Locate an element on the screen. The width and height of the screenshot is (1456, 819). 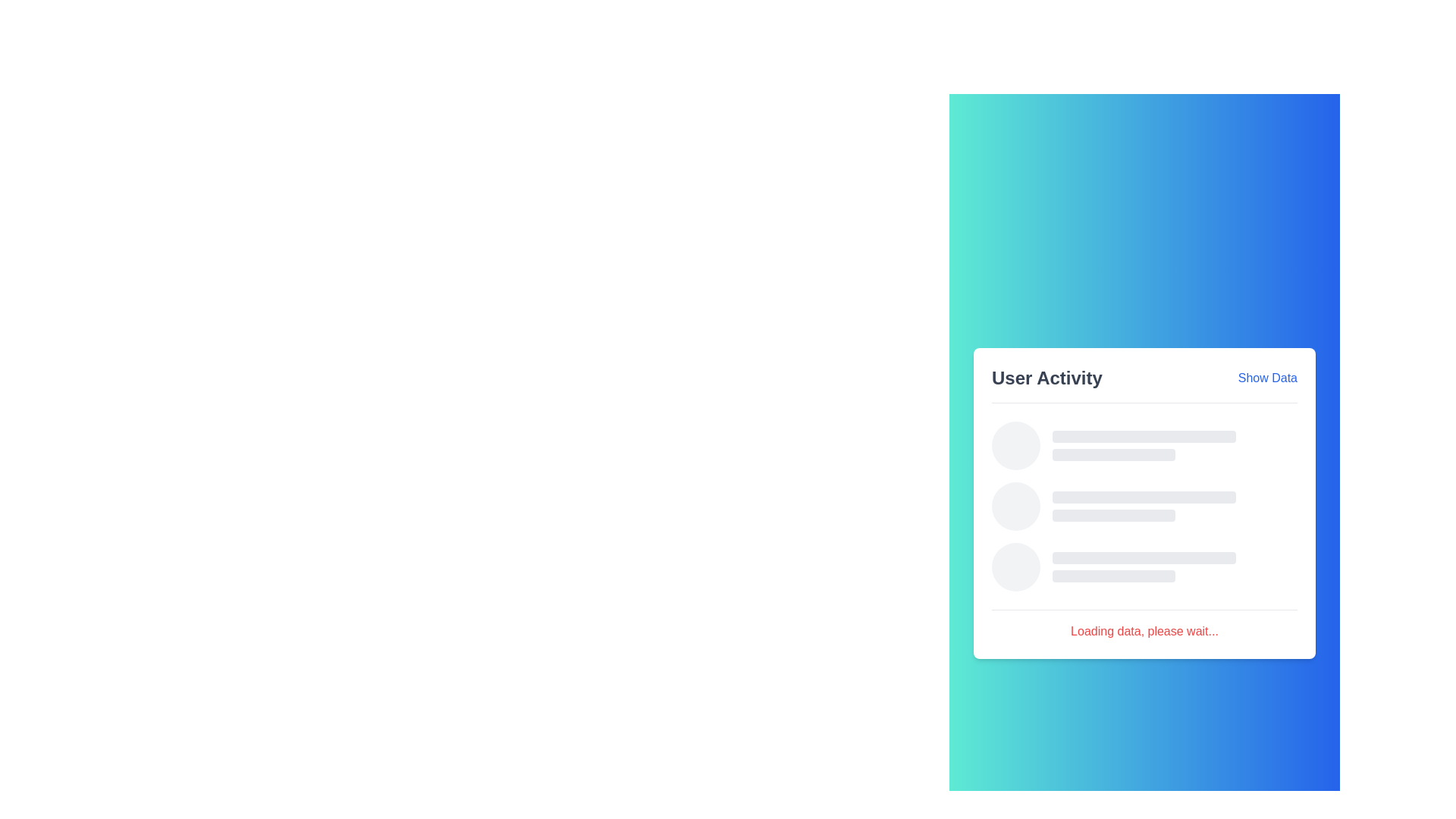
the graphical placeholder that represents a user profile picture in the lower left section of the 'User Activity' card is located at coordinates (1015, 567).